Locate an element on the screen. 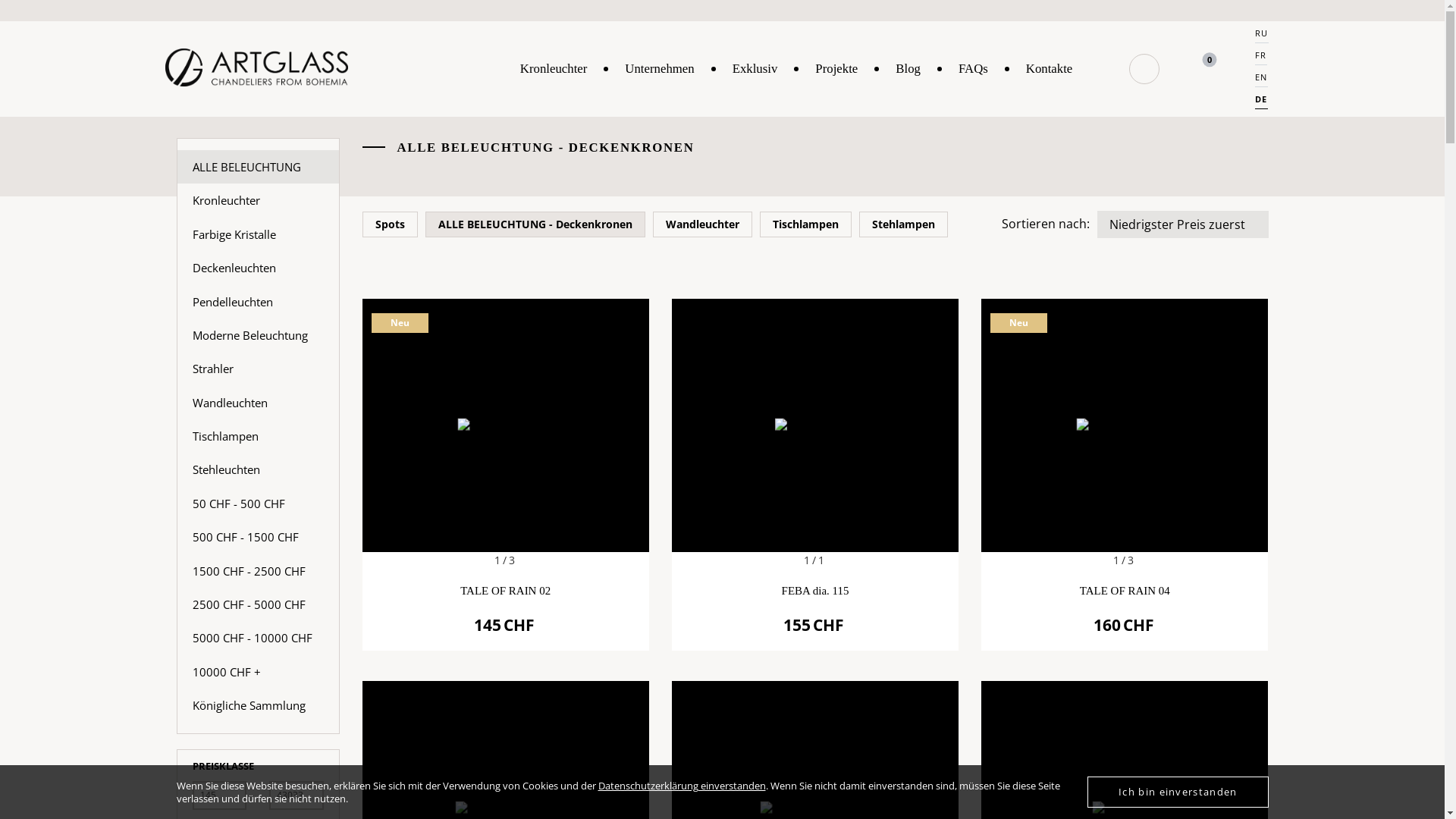 Image resolution: width=1456 pixels, height=819 pixels. 'FAQs' is located at coordinates (973, 69).